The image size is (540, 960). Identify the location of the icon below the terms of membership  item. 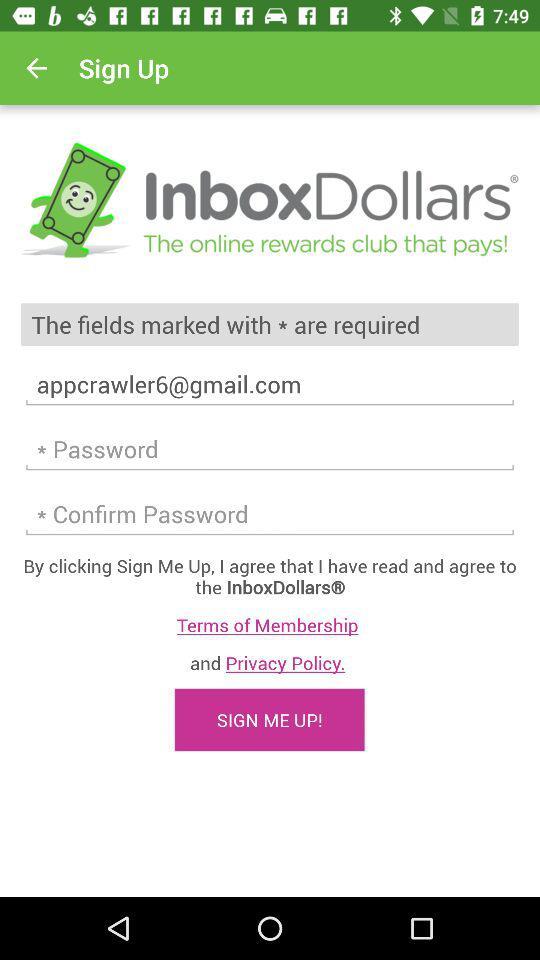
(270, 662).